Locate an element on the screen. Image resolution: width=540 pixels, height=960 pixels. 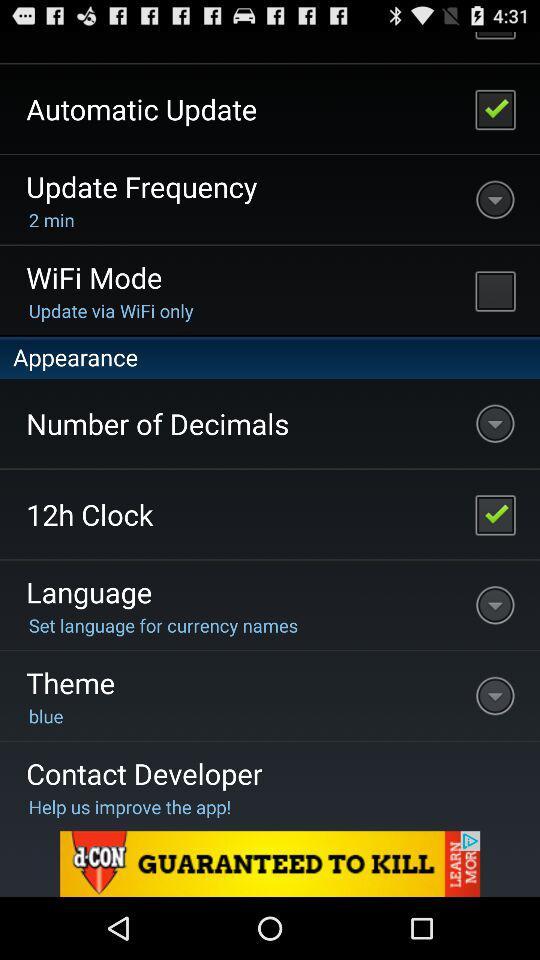
advertisement link is located at coordinates (270, 863).